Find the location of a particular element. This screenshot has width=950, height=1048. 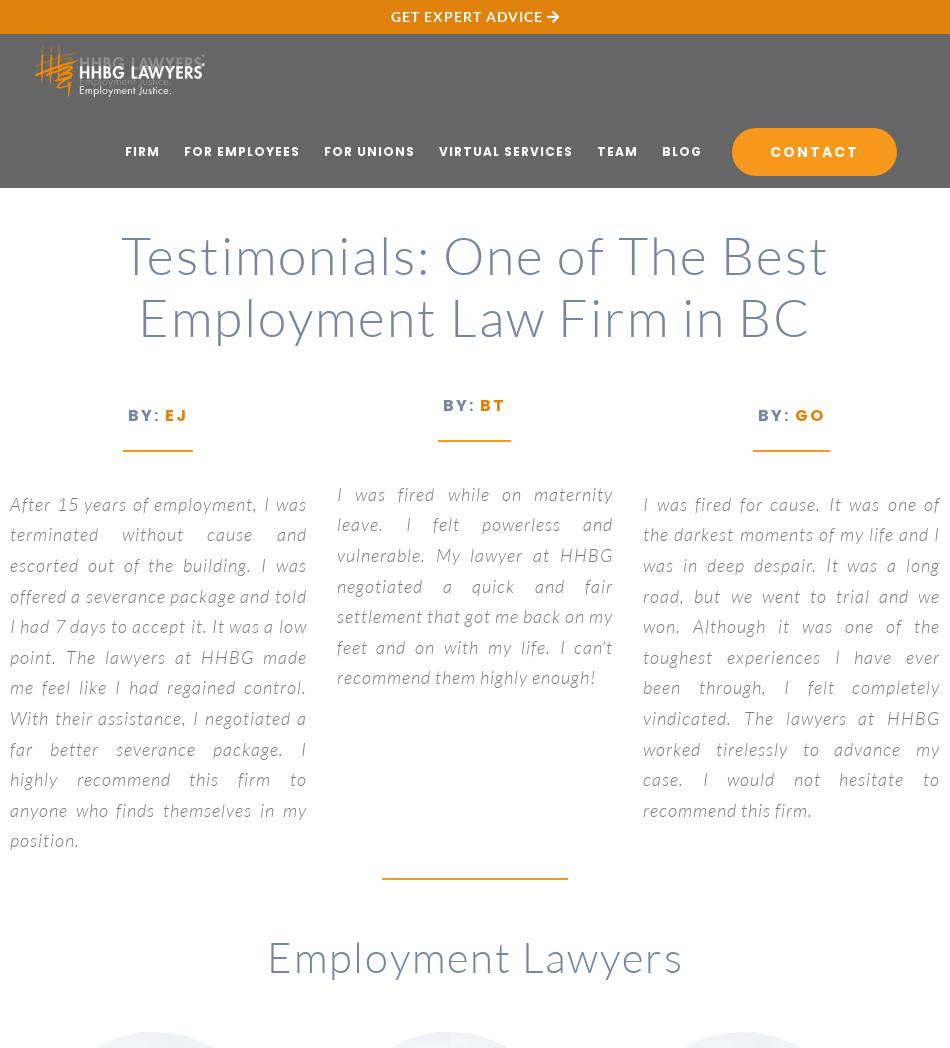

'For Unions' is located at coordinates (368, 150).